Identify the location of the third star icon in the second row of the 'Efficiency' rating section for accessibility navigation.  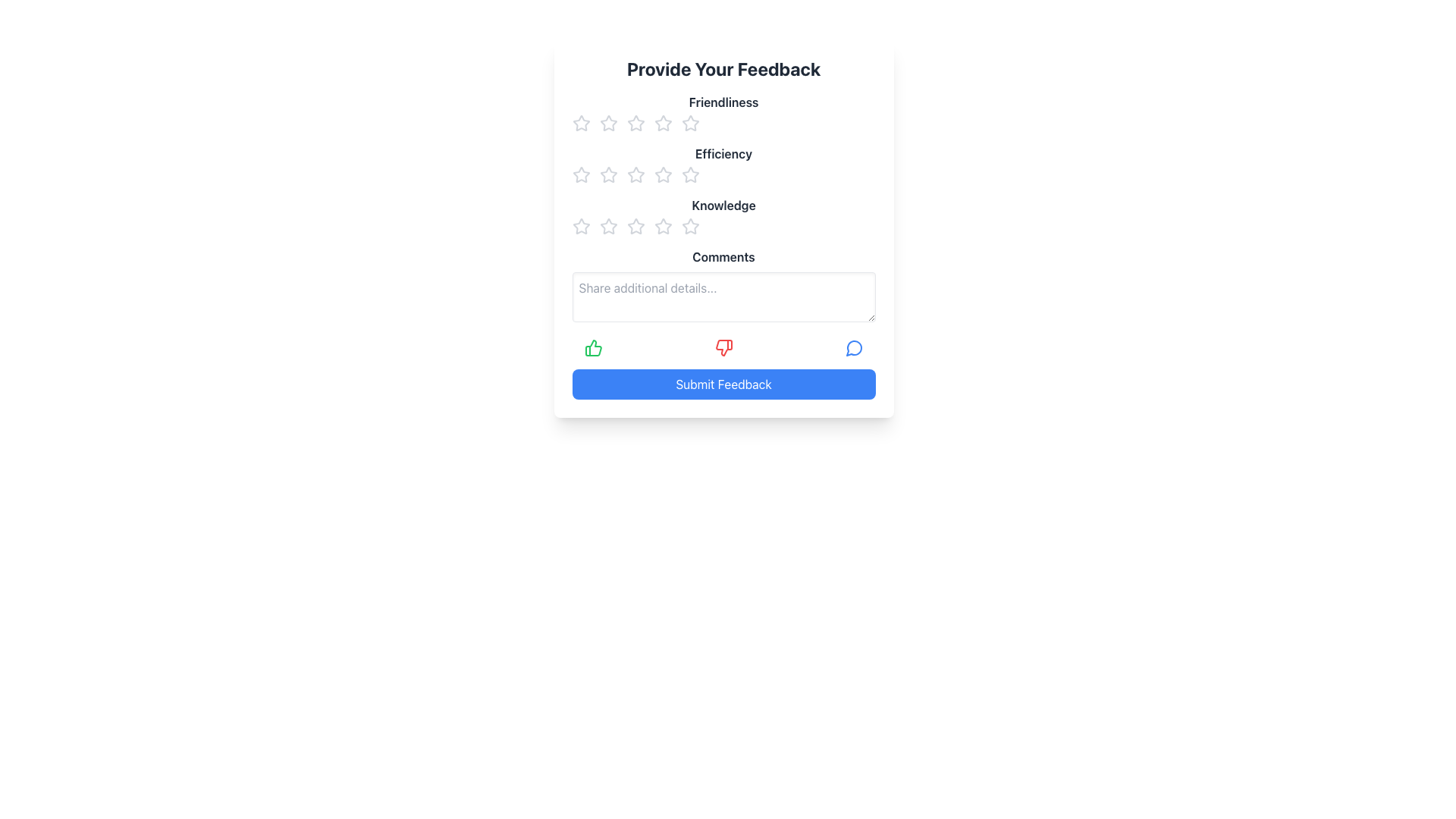
(608, 174).